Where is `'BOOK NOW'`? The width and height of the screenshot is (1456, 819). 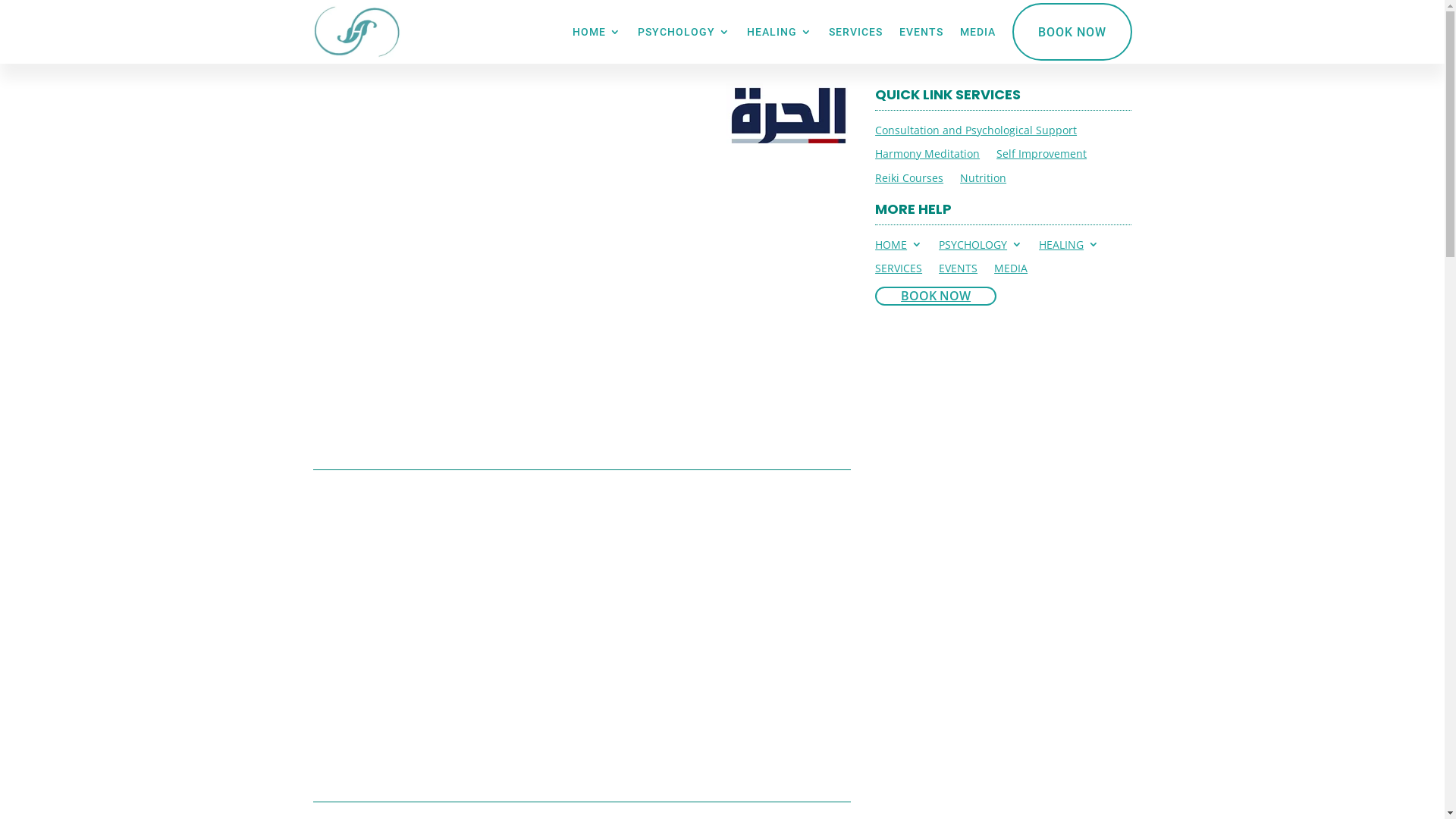 'BOOK NOW' is located at coordinates (934, 296).